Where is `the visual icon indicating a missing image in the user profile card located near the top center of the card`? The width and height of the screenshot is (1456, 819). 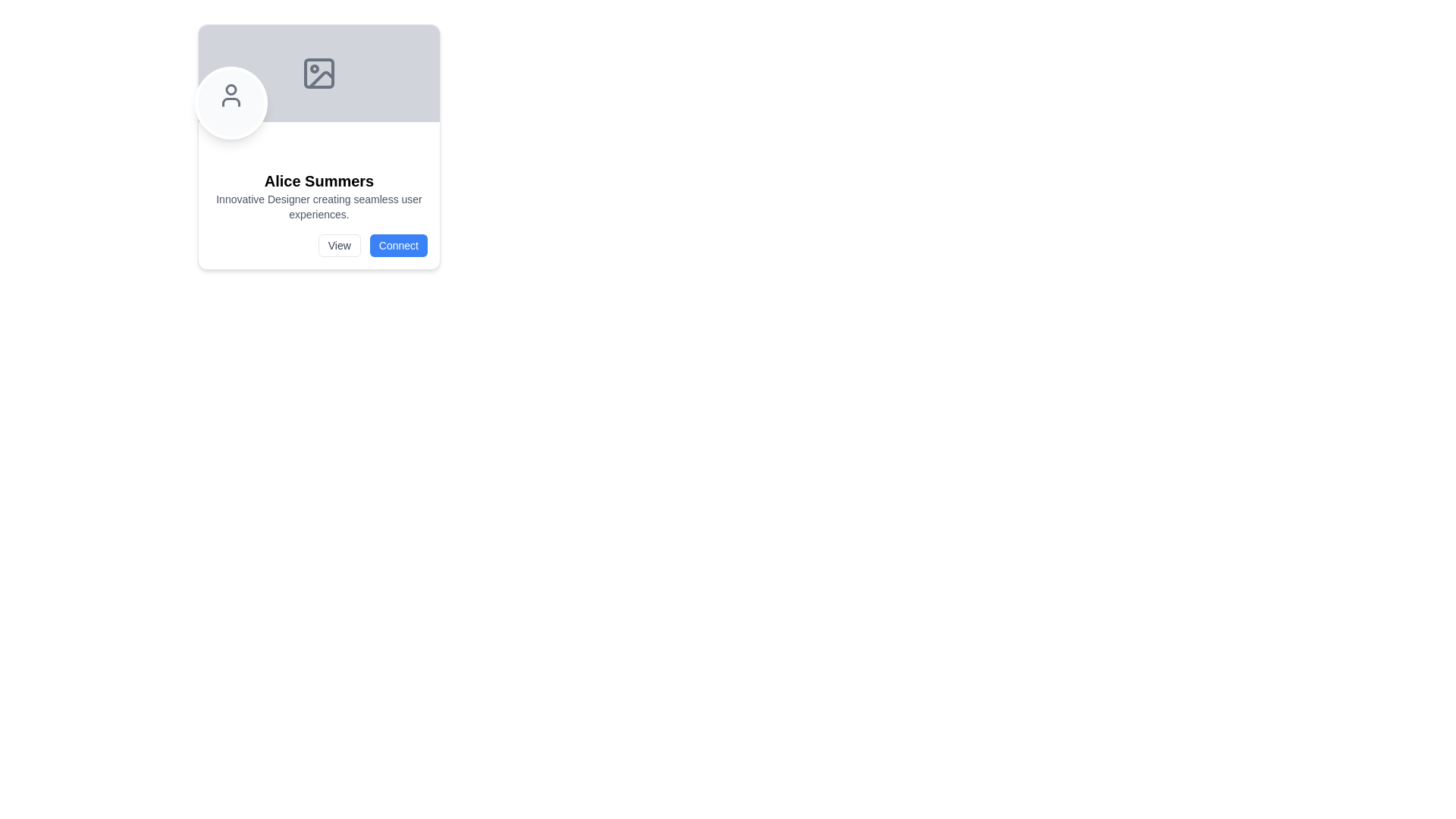
the visual icon indicating a missing image in the user profile card located near the top center of the card is located at coordinates (320, 79).